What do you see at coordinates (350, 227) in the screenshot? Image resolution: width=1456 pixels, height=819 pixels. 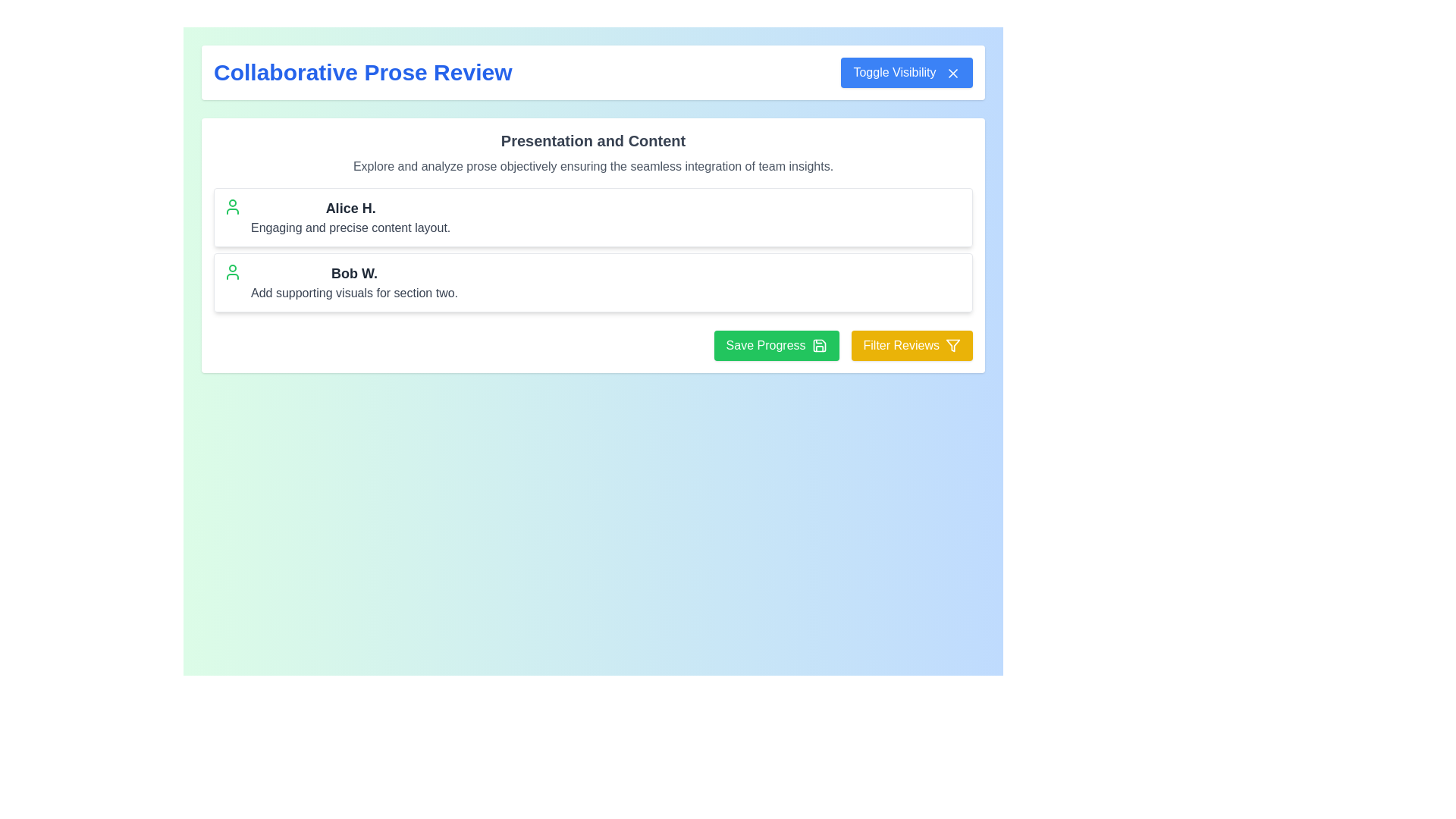 I see `the static text label providing a description related to Alice H.'s section in the collaborative prose review context` at bounding box center [350, 227].